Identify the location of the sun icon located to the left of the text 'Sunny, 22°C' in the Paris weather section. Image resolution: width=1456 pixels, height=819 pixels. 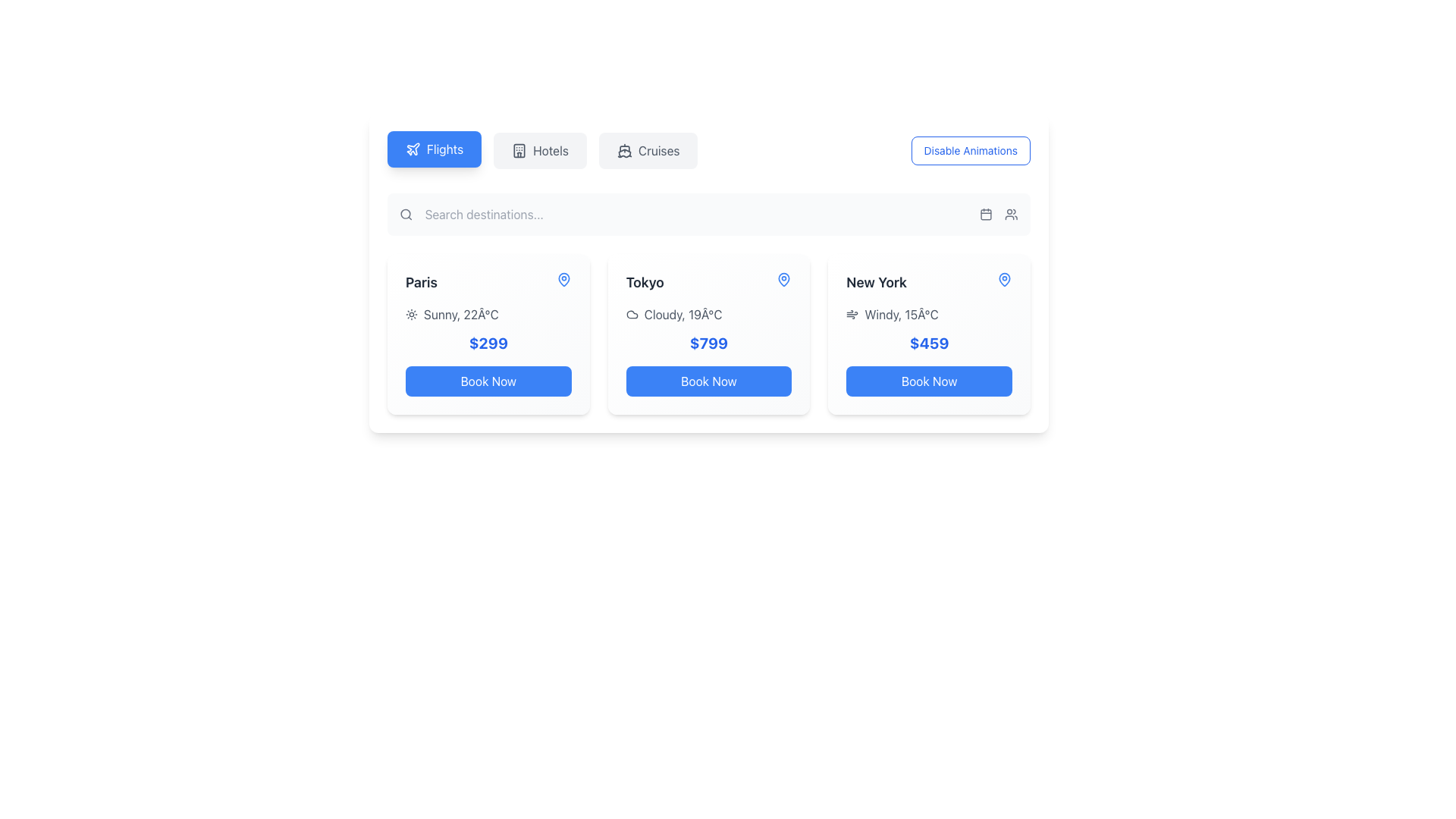
(411, 314).